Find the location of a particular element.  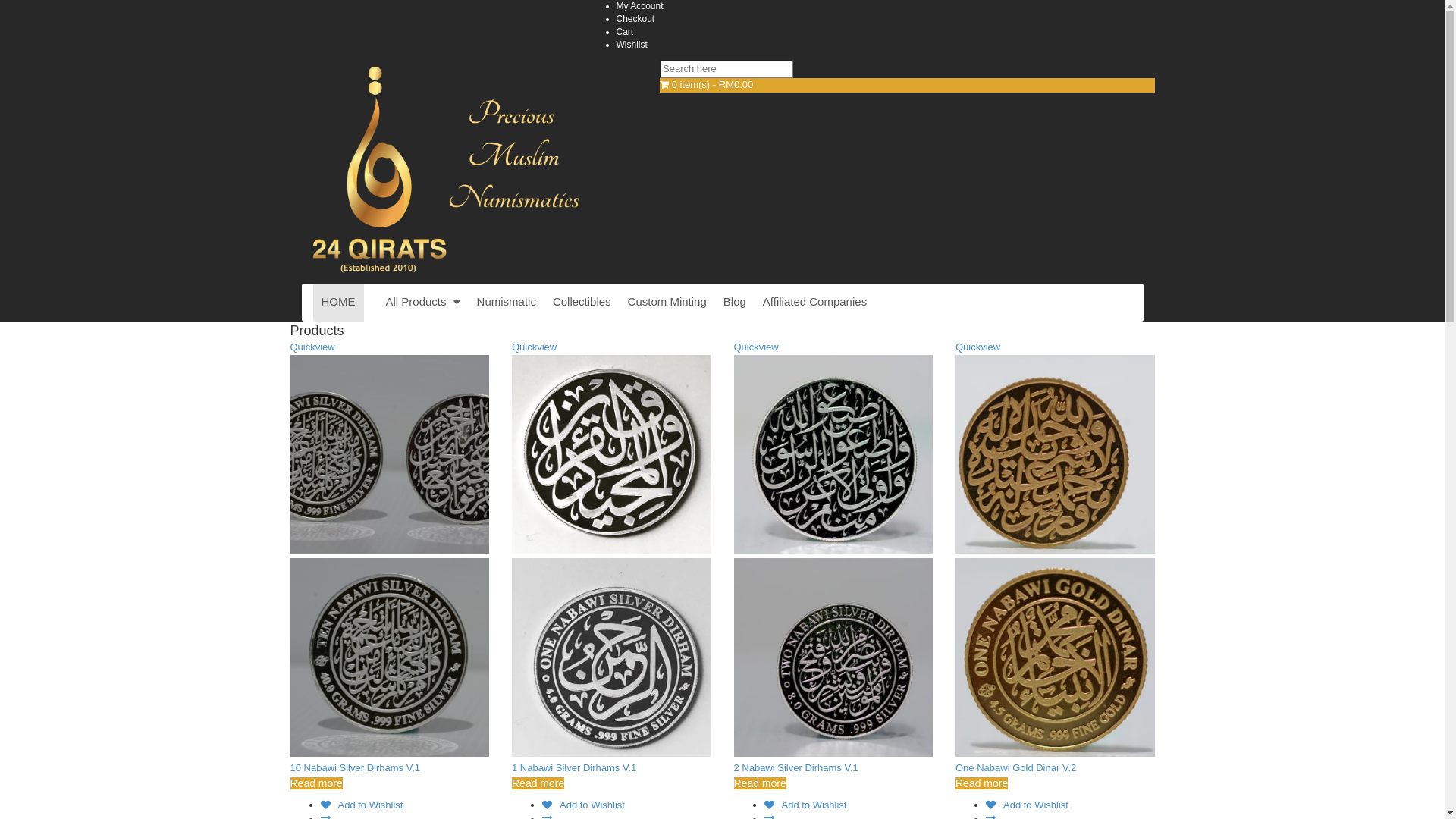

'Wishlist' is located at coordinates (631, 43).